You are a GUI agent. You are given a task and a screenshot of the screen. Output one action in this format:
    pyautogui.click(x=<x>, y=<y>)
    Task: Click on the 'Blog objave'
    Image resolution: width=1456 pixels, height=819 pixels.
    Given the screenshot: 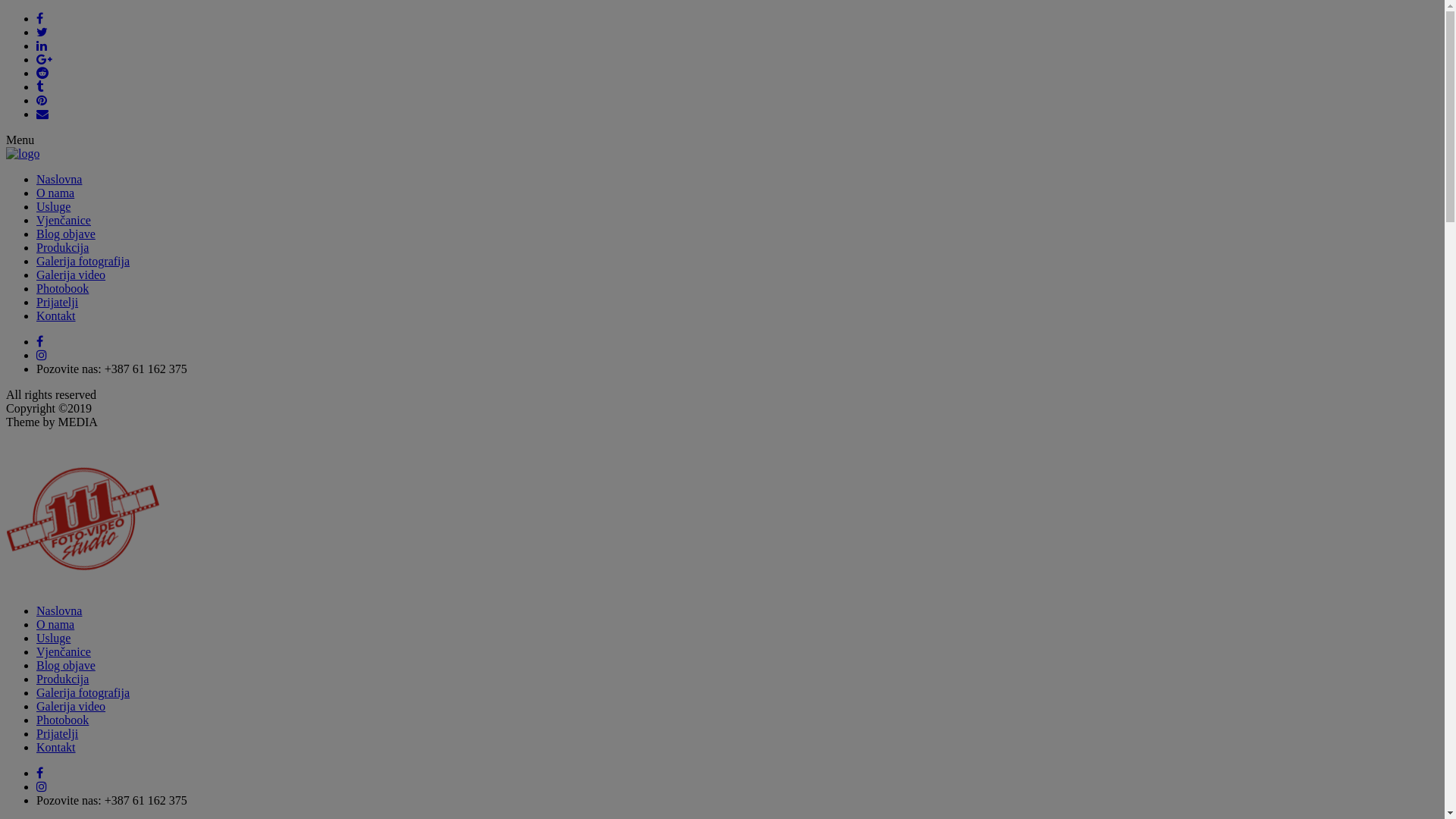 What is the action you would take?
    pyautogui.click(x=64, y=664)
    